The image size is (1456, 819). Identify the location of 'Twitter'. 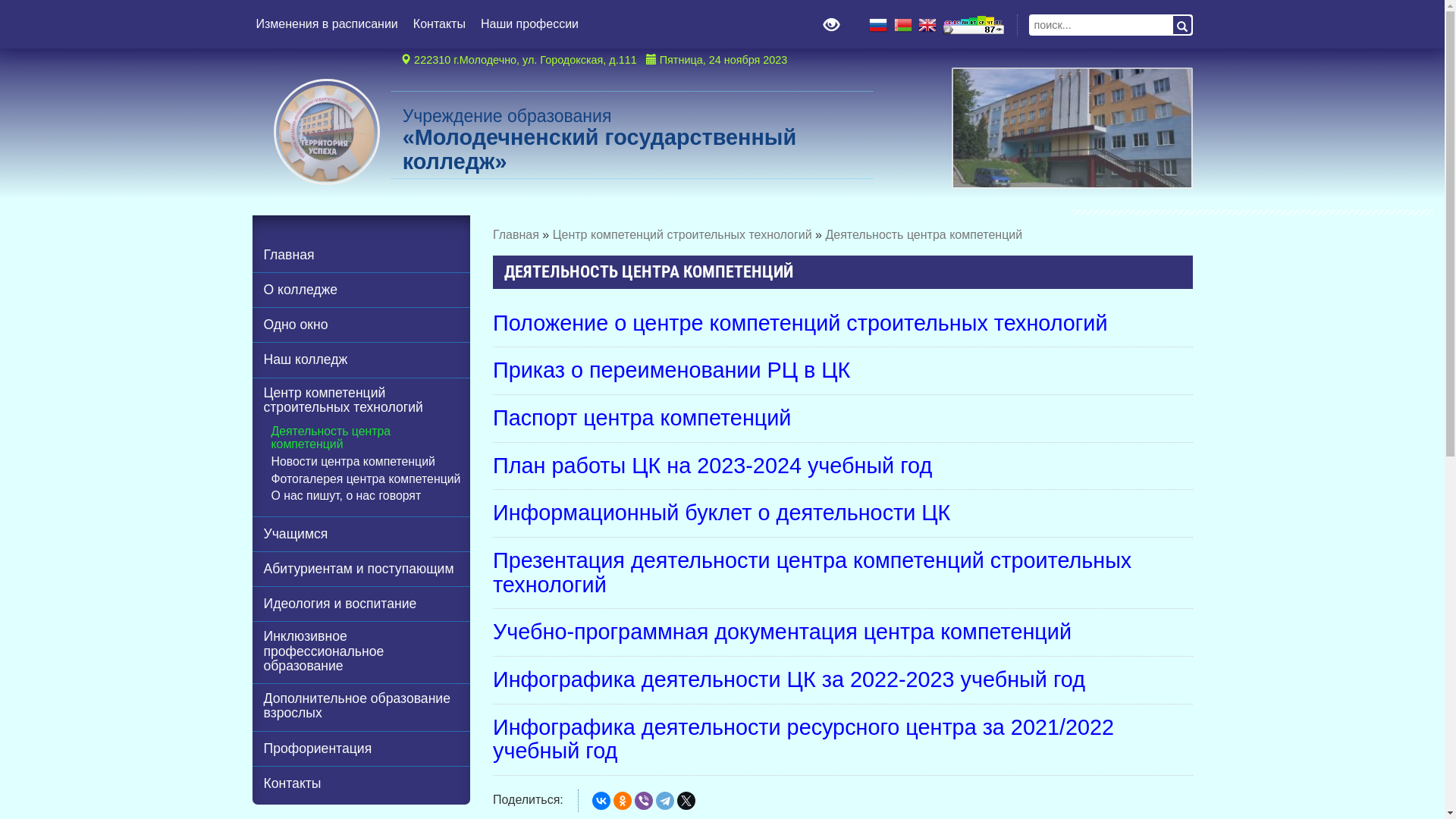
(686, 800).